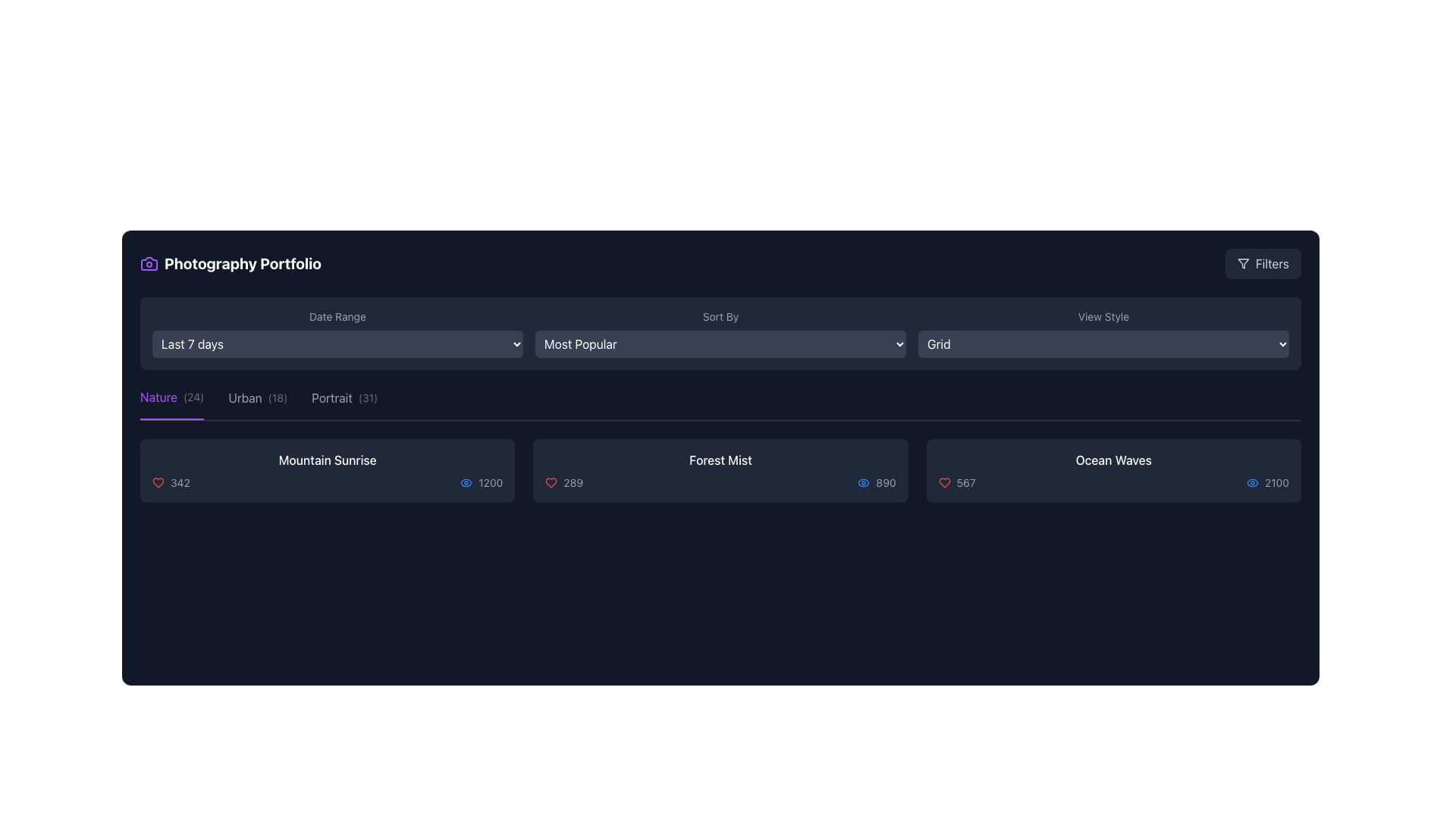 This screenshot has width=1456, height=819. I want to click on the funnel-shaped filtering icon located in the top-right corner of the interface, so click(1243, 262).